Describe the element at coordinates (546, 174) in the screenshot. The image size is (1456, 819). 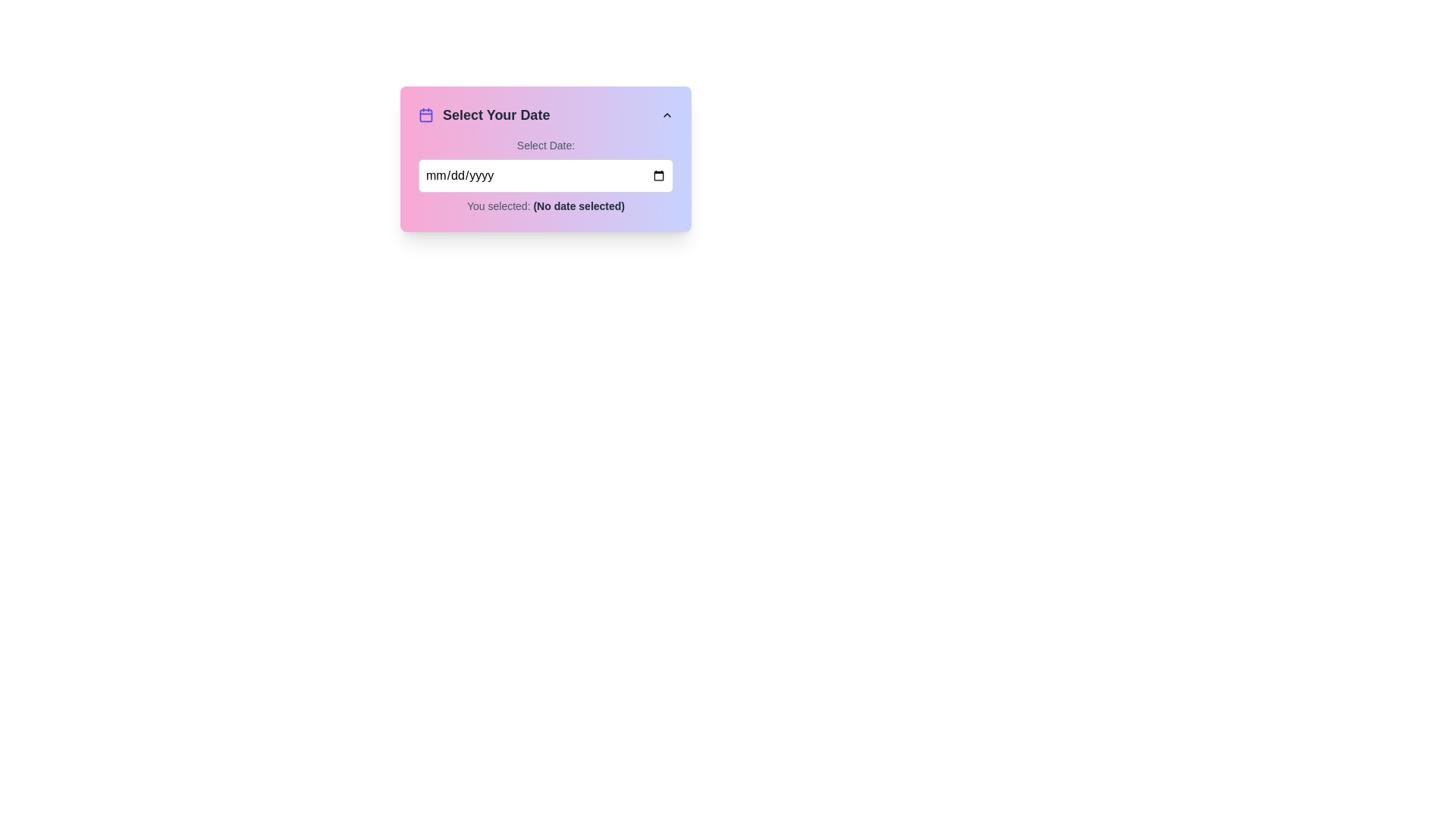
I see `the input field labeled 'Select Date:' by clicking on it to enable interaction` at that location.